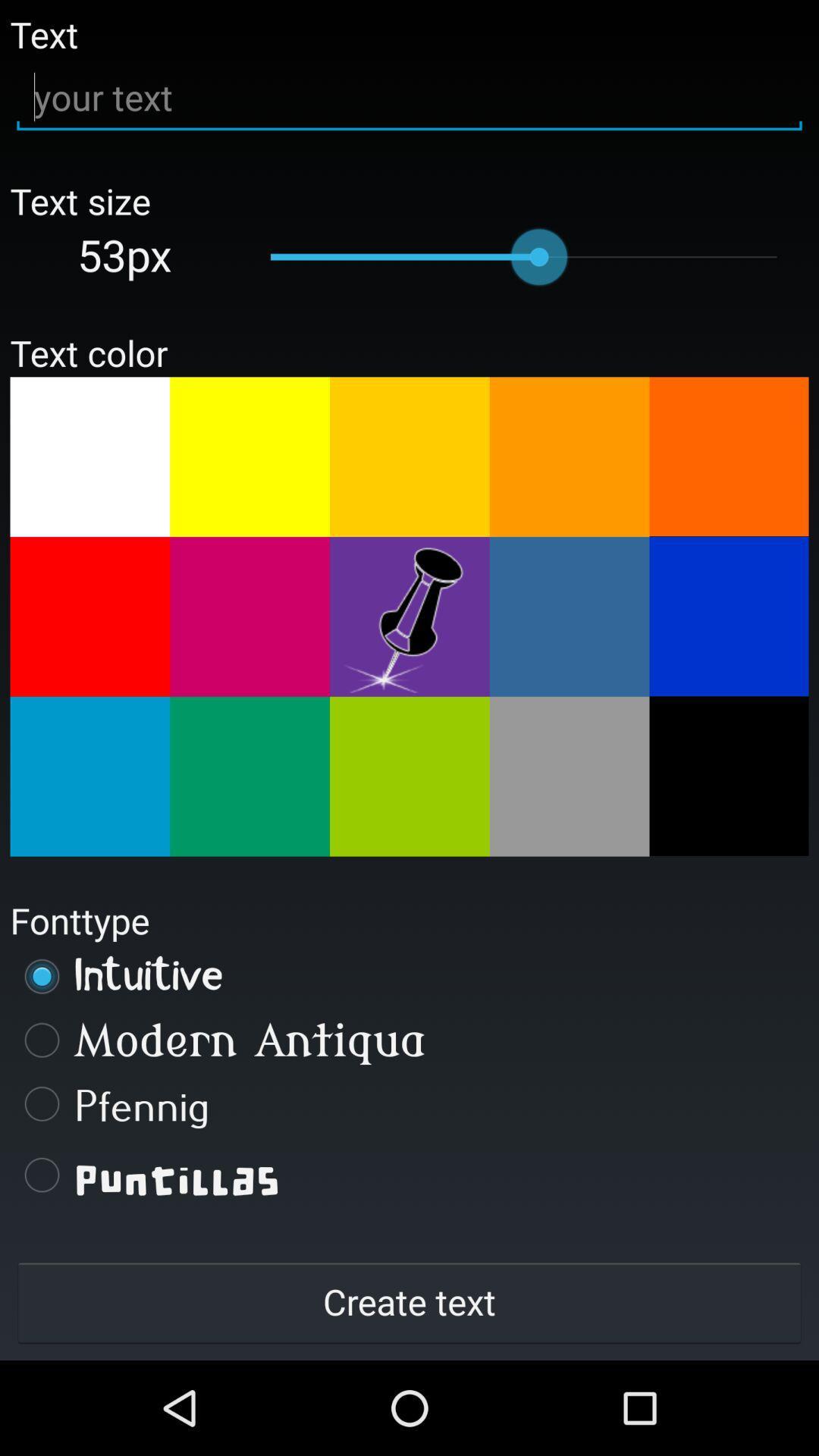 The image size is (819, 1456). I want to click on current color, so click(409, 617).